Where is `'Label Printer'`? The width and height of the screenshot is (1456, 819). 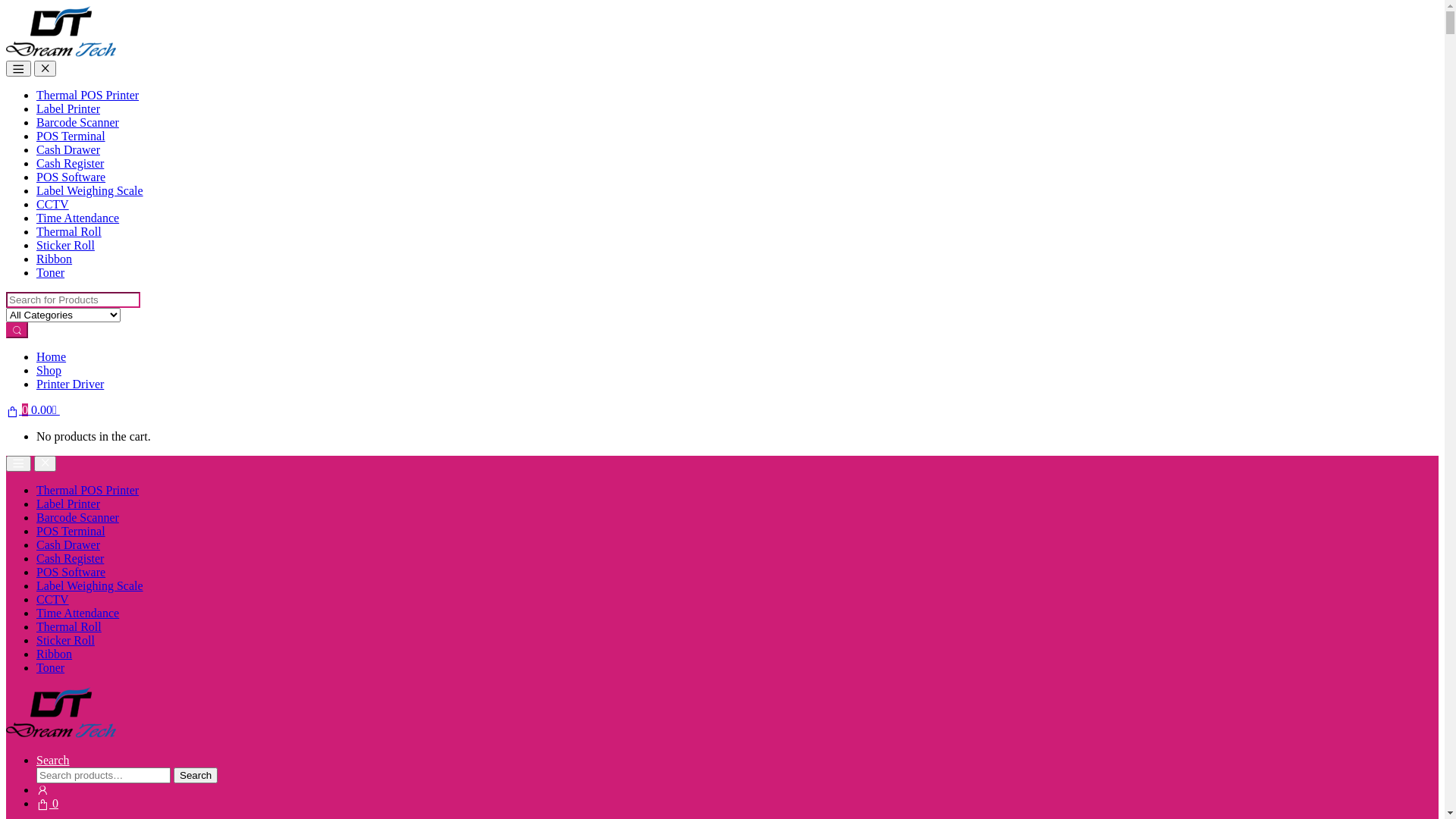
'Label Printer' is located at coordinates (67, 108).